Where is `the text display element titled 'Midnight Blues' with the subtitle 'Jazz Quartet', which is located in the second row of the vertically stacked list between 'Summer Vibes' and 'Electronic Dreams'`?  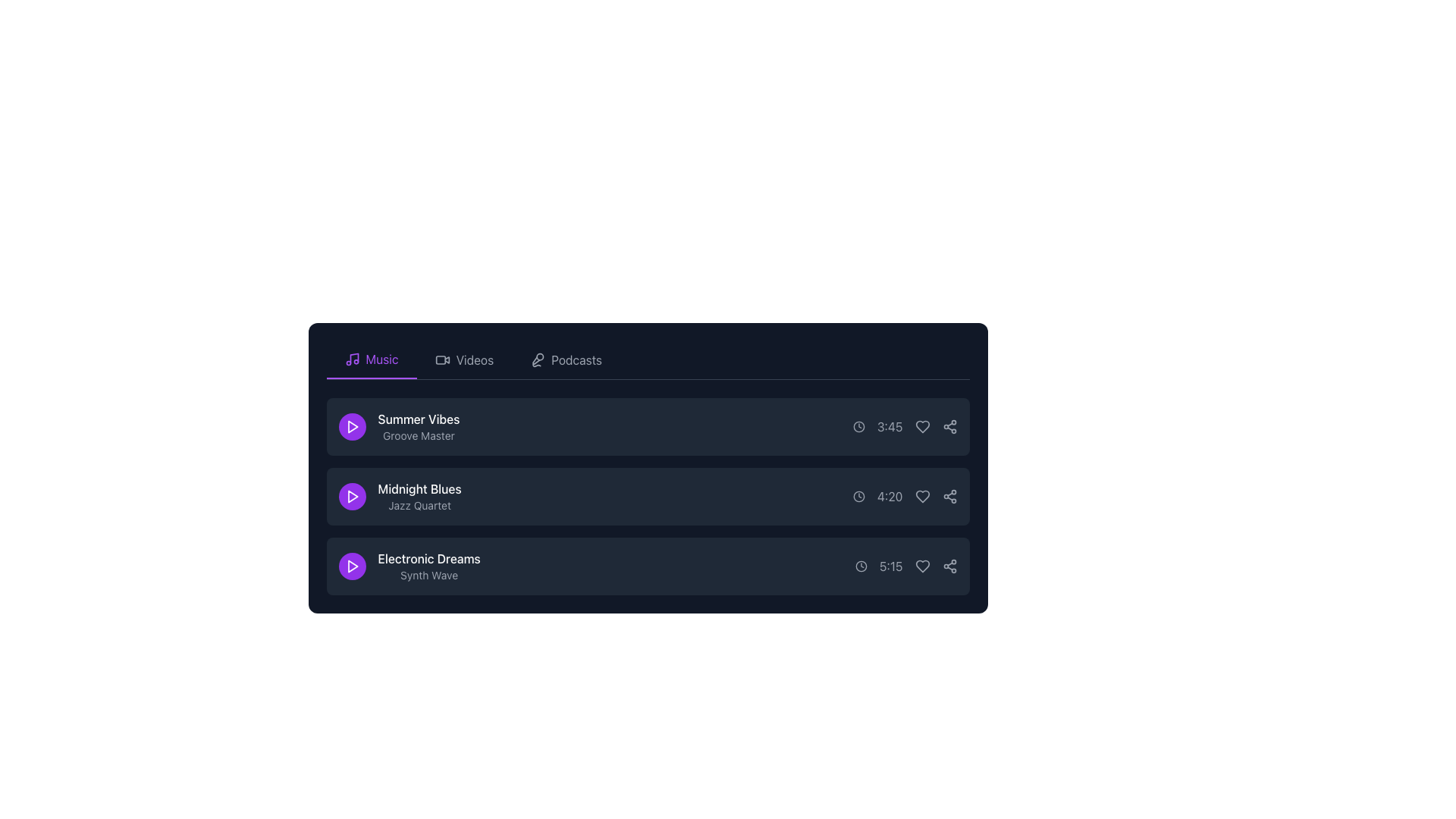 the text display element titled 'Midnight Blues' with the subtitle 'Jazz Quartet', which is located in the second row of the vertically stacked list between 'Summer Vibes' and 'Electronic Dreams' is located at coordinates (400, 497).